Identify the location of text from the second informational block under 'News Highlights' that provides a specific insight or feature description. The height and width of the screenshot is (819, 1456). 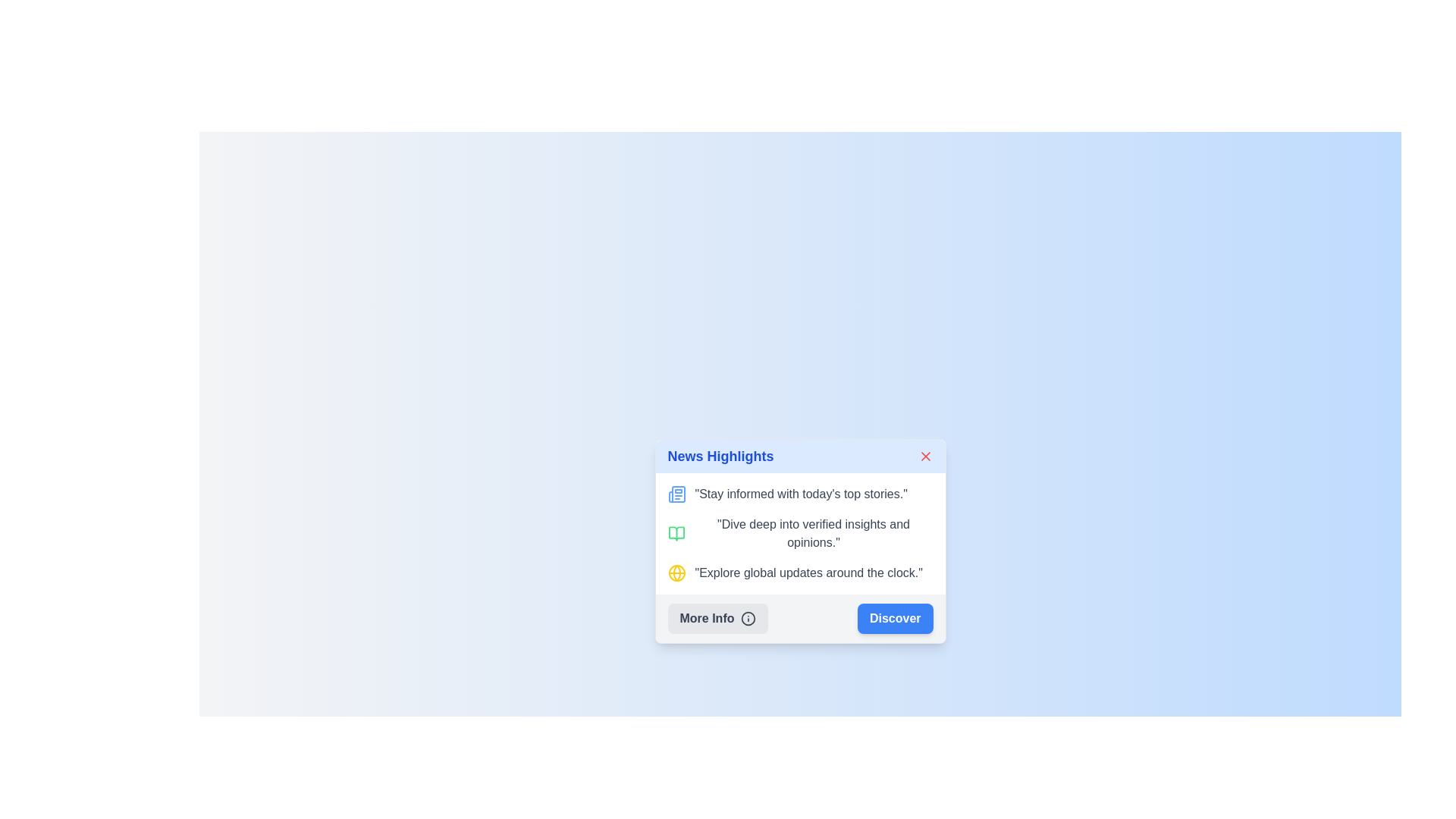
(799, 533).